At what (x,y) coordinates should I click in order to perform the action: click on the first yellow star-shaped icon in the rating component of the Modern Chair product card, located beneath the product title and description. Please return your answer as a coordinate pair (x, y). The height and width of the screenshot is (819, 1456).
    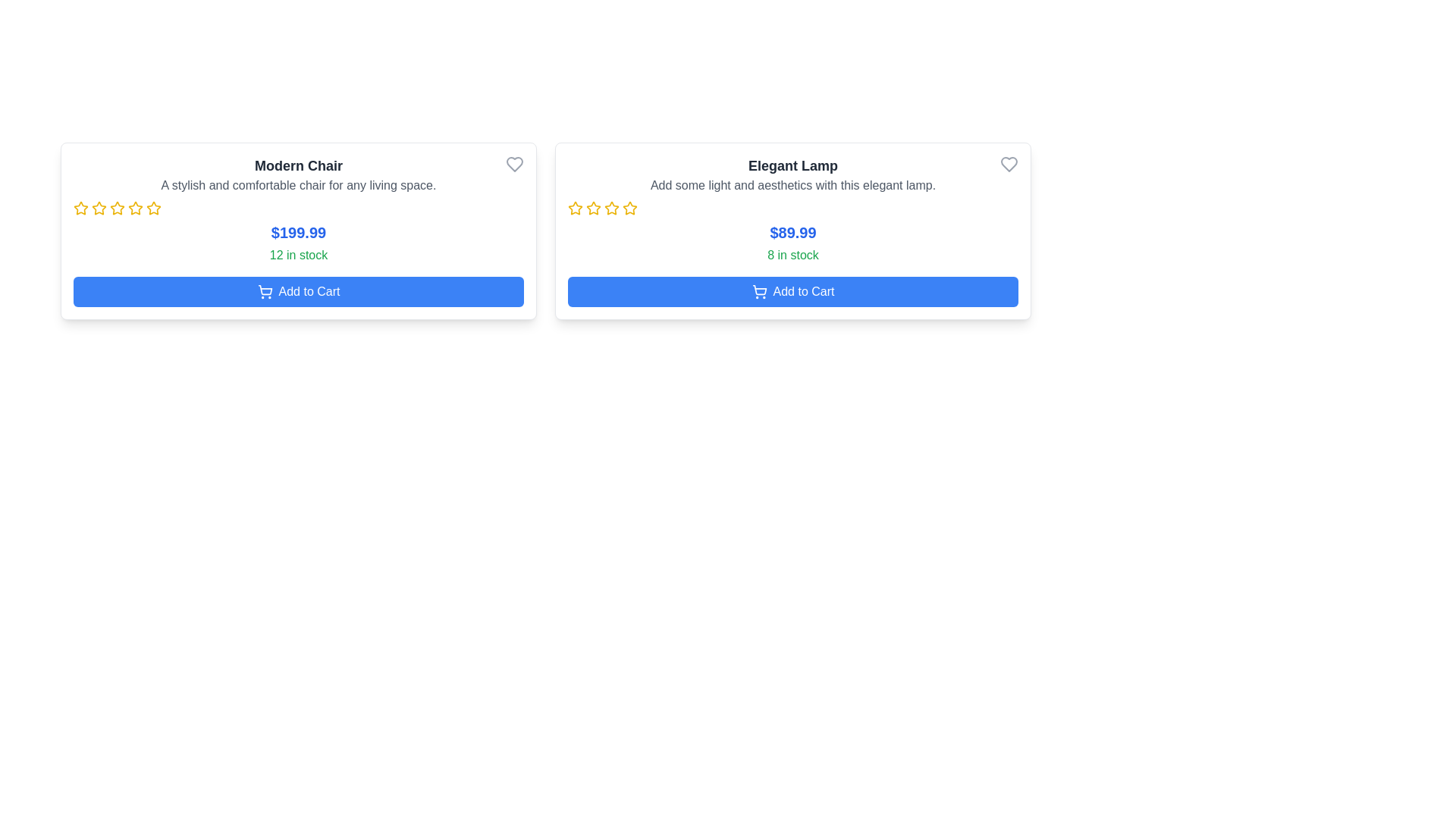
    Looking at the image, I should click on (80, 208).